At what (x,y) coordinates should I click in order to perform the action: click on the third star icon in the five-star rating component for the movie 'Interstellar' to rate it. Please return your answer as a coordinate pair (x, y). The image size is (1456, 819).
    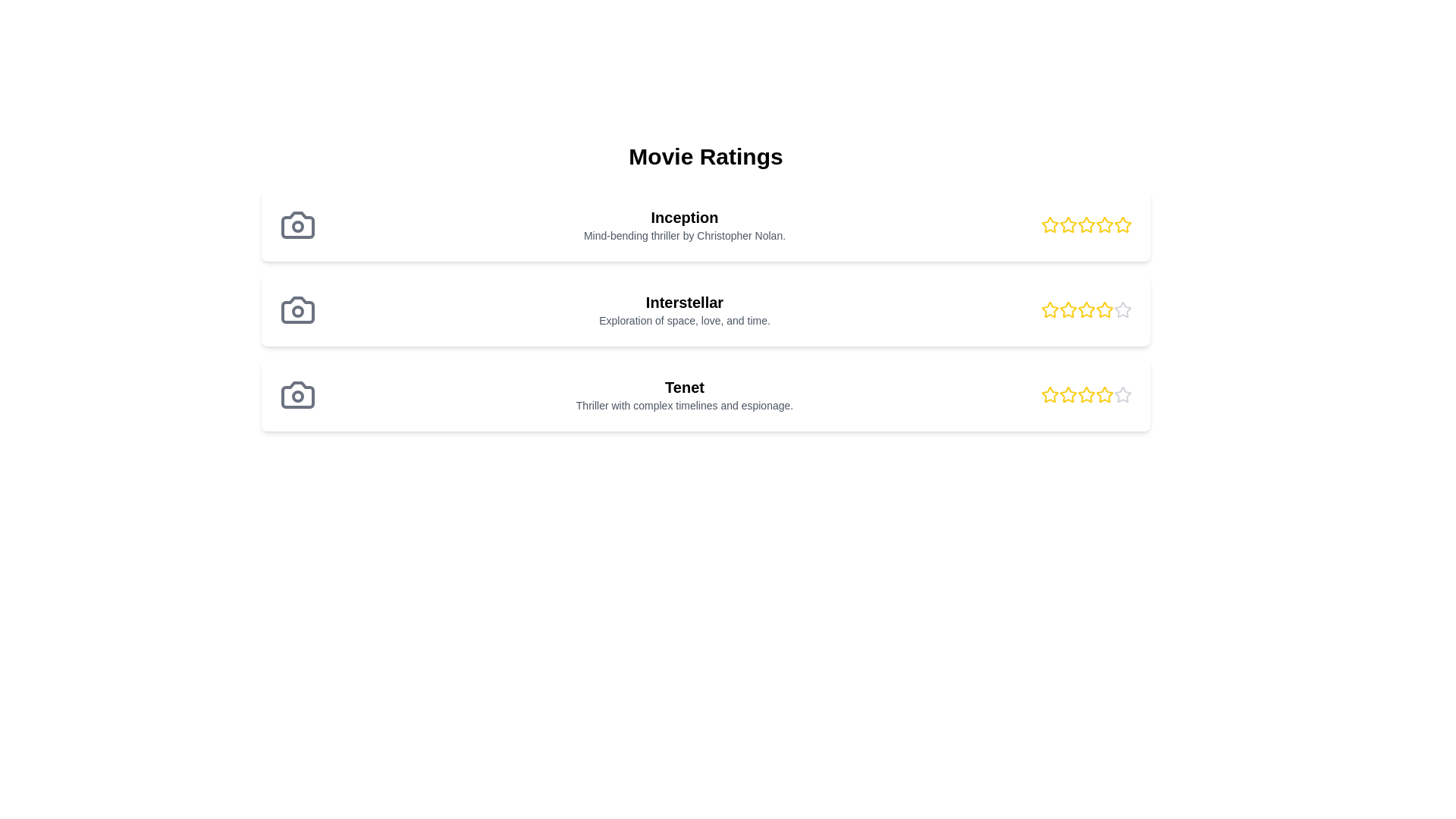
    Looking at the image, I should click on (1068, 309).